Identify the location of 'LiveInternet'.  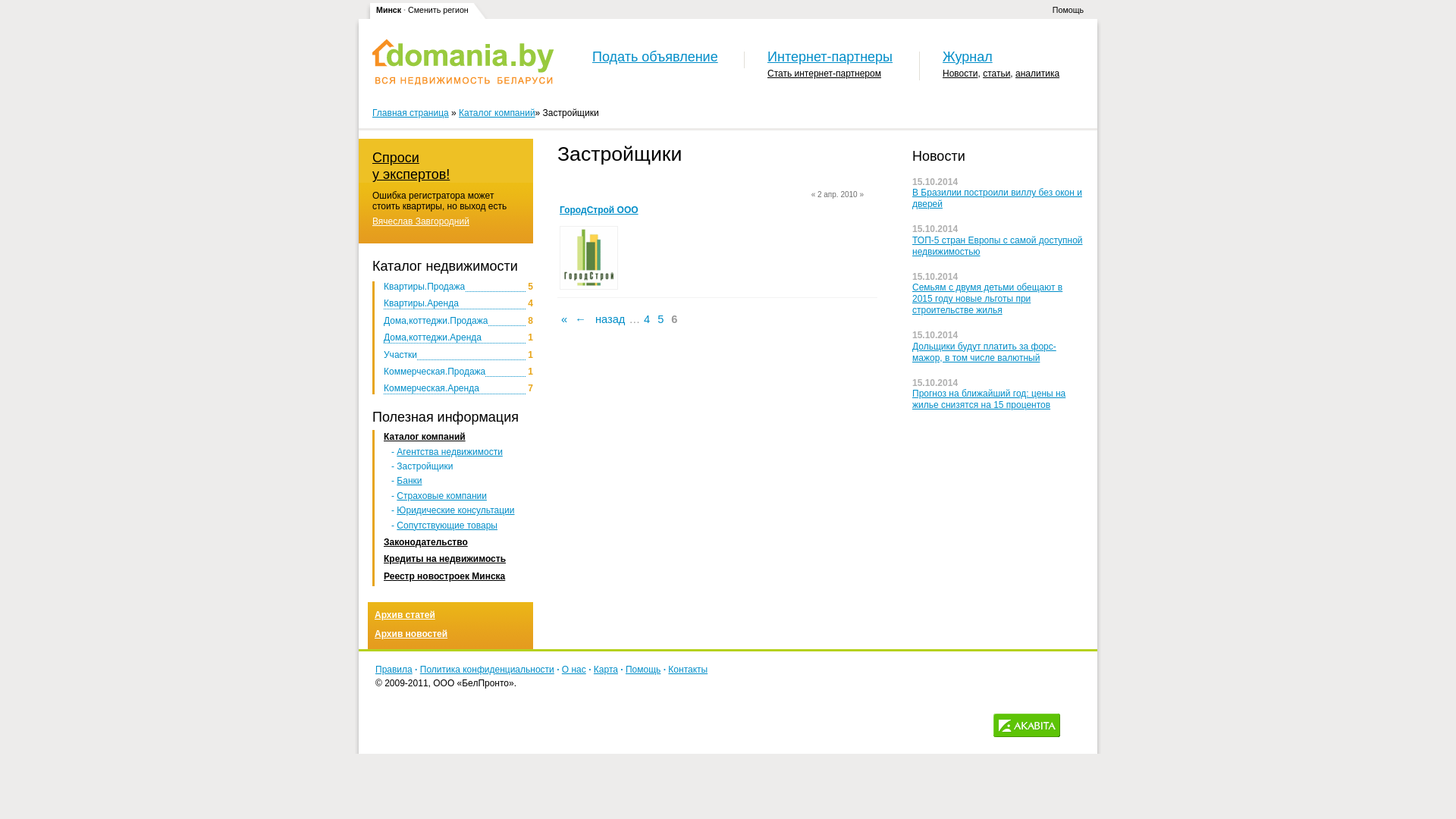
(1075, 724).